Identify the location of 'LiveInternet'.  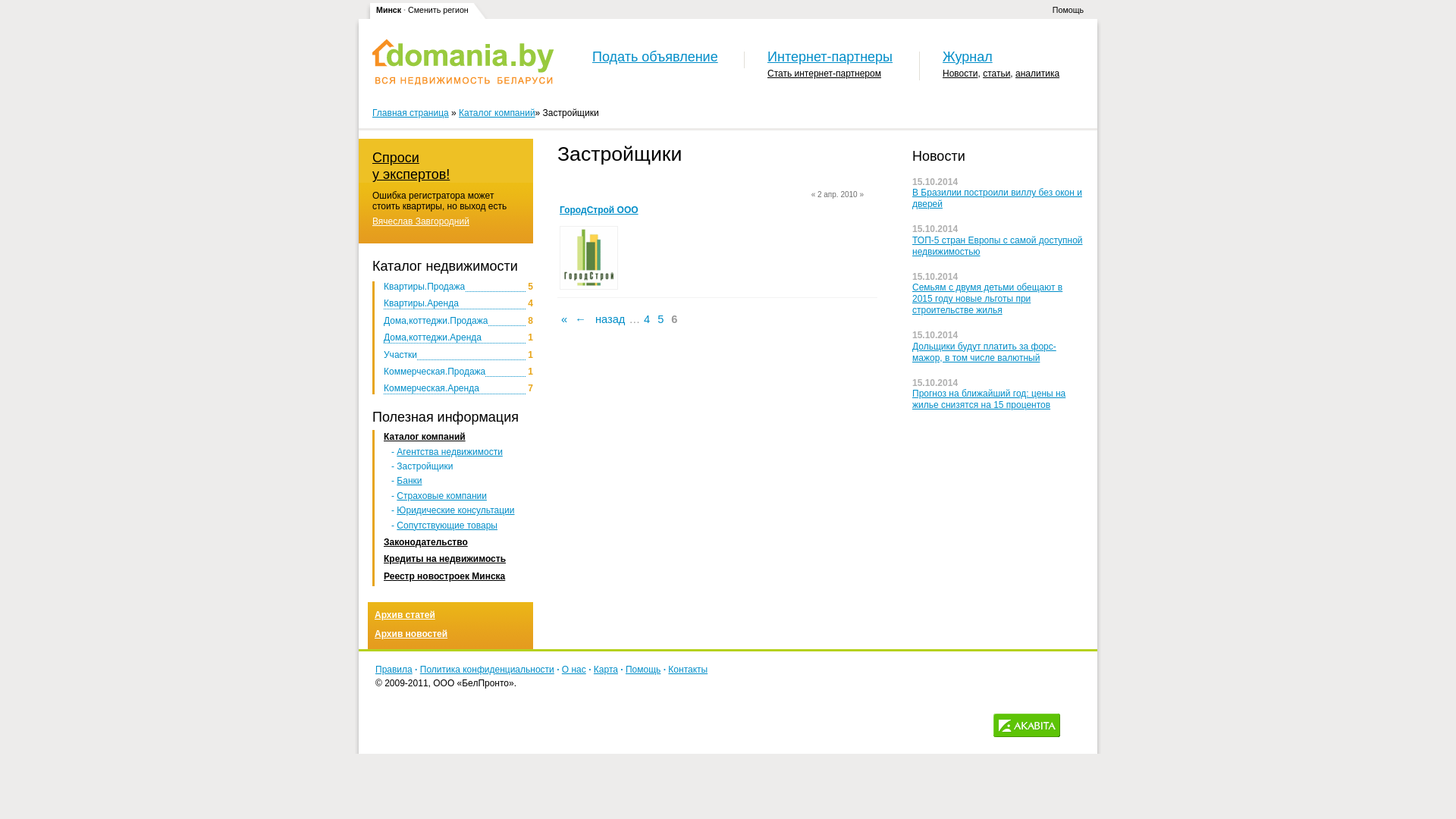
(1075, 724).